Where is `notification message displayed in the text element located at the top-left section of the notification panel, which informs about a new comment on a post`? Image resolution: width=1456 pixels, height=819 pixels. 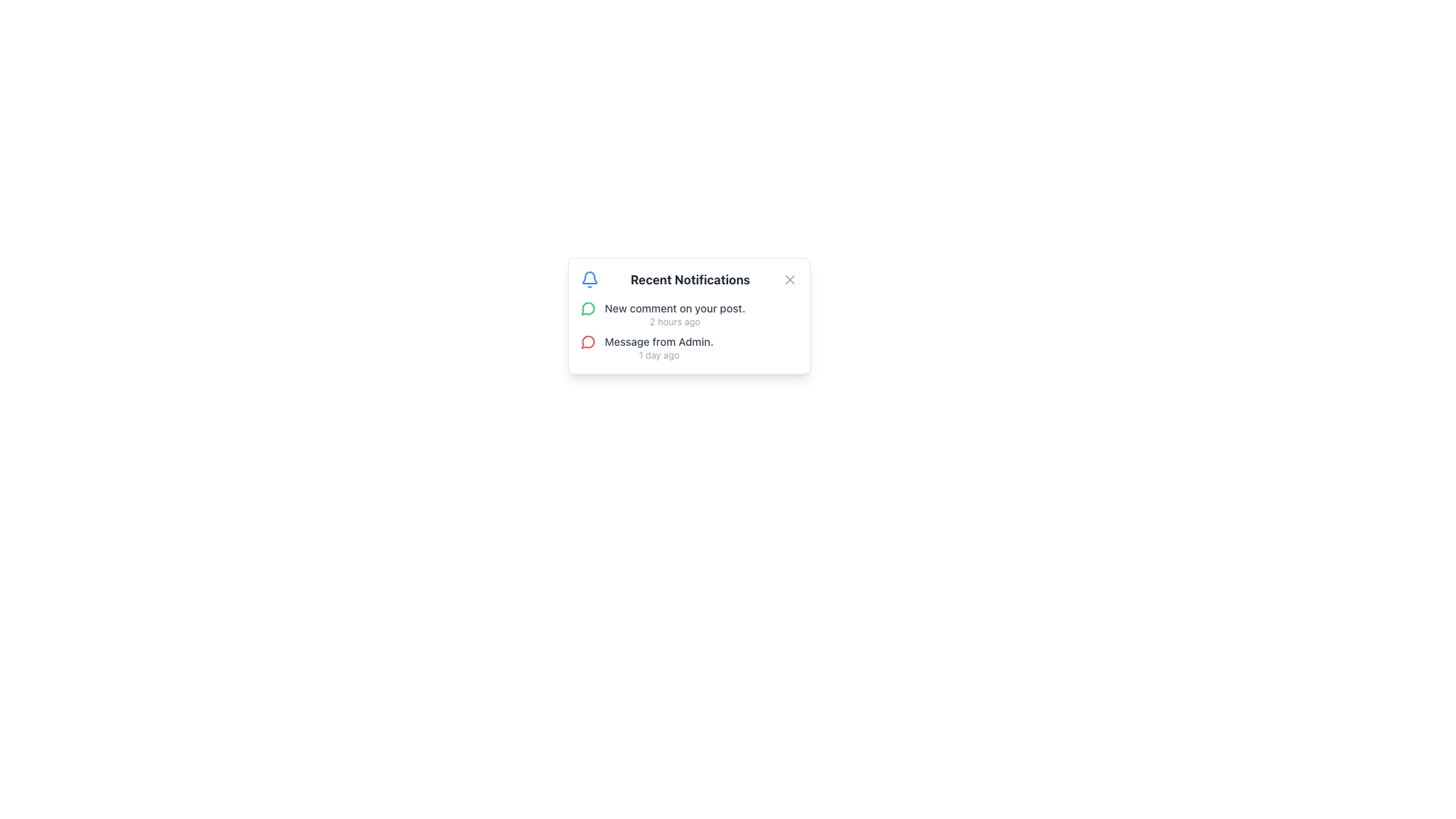
notification message displayed in the text element located at the top-left section of the notification panel, which informs about a new comment on a post is located at coordinates (674, 308).